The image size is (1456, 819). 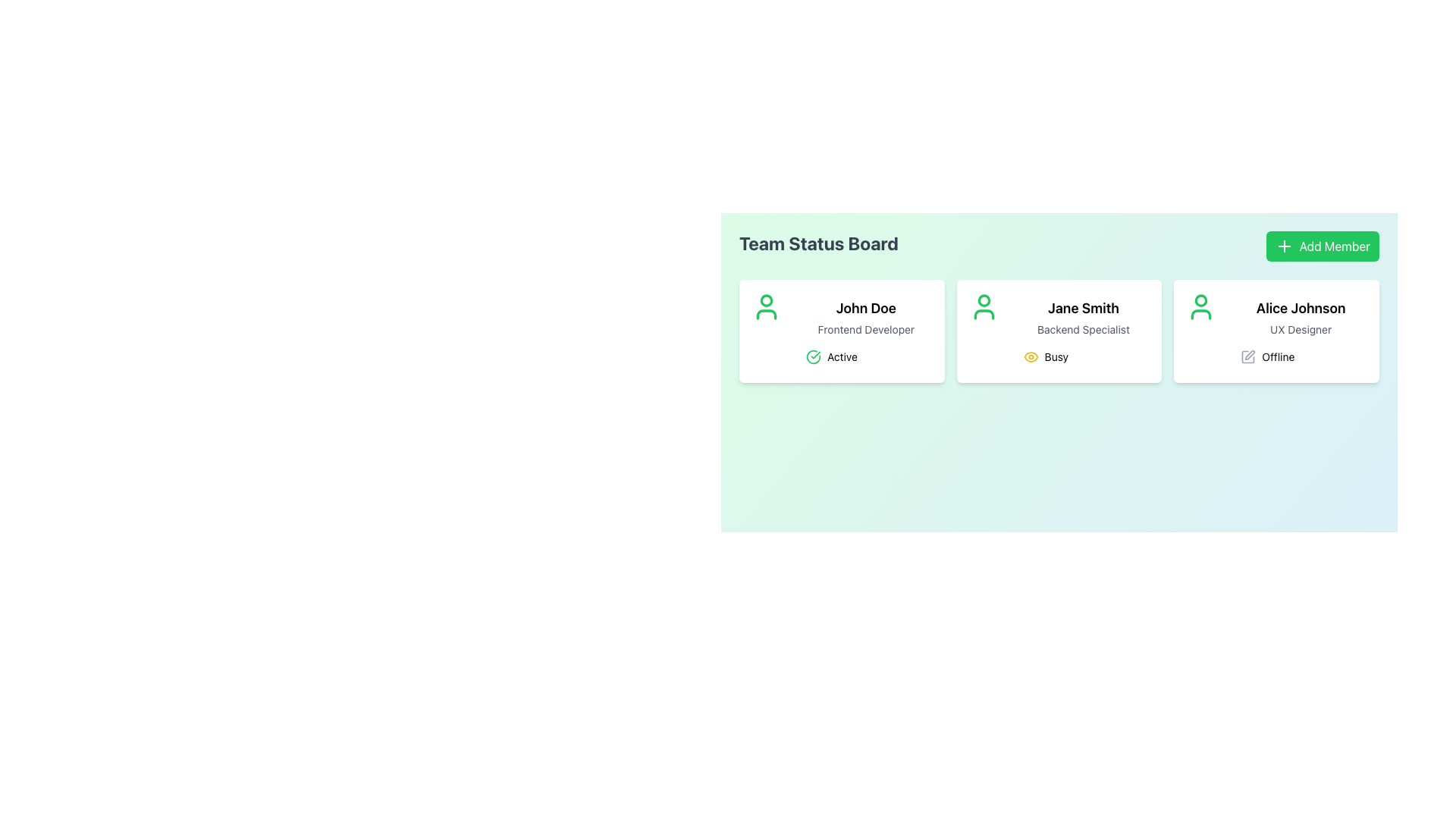 What do you see at coordinates (1058, 330) in the screenshot?
I see `the information card displaying user 'Jane Smith', who is a 'Backend Specialist' and is currently 'Busy'. This card is the second in a three-column grid layout` at bounding box center [1058, 330].